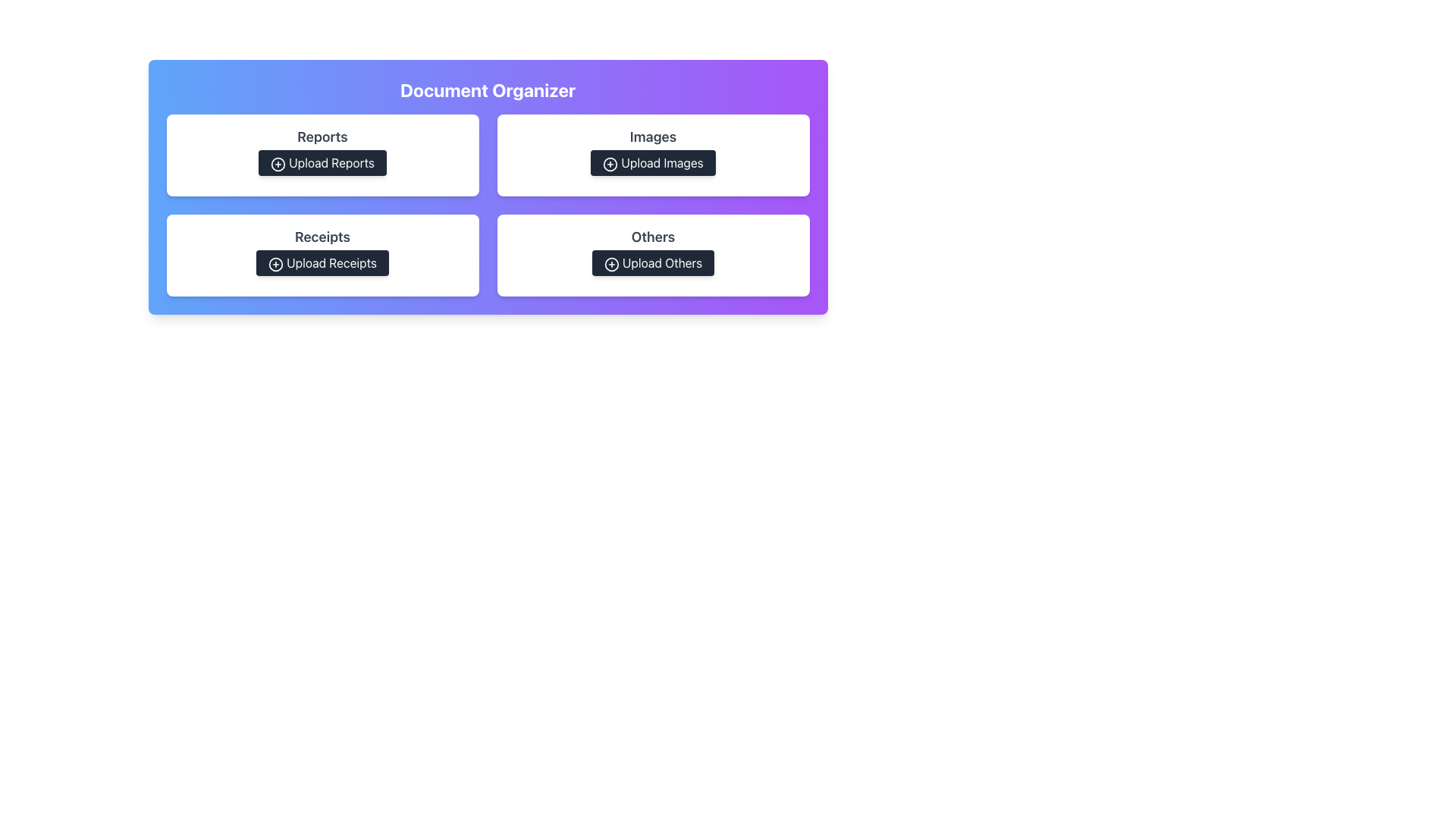 This screenshot has height=819, width=1456. I want to click on the 'Upload Reports' button within the 'Reports' section of the 'Document Organizer' interface, so click(322, 163).